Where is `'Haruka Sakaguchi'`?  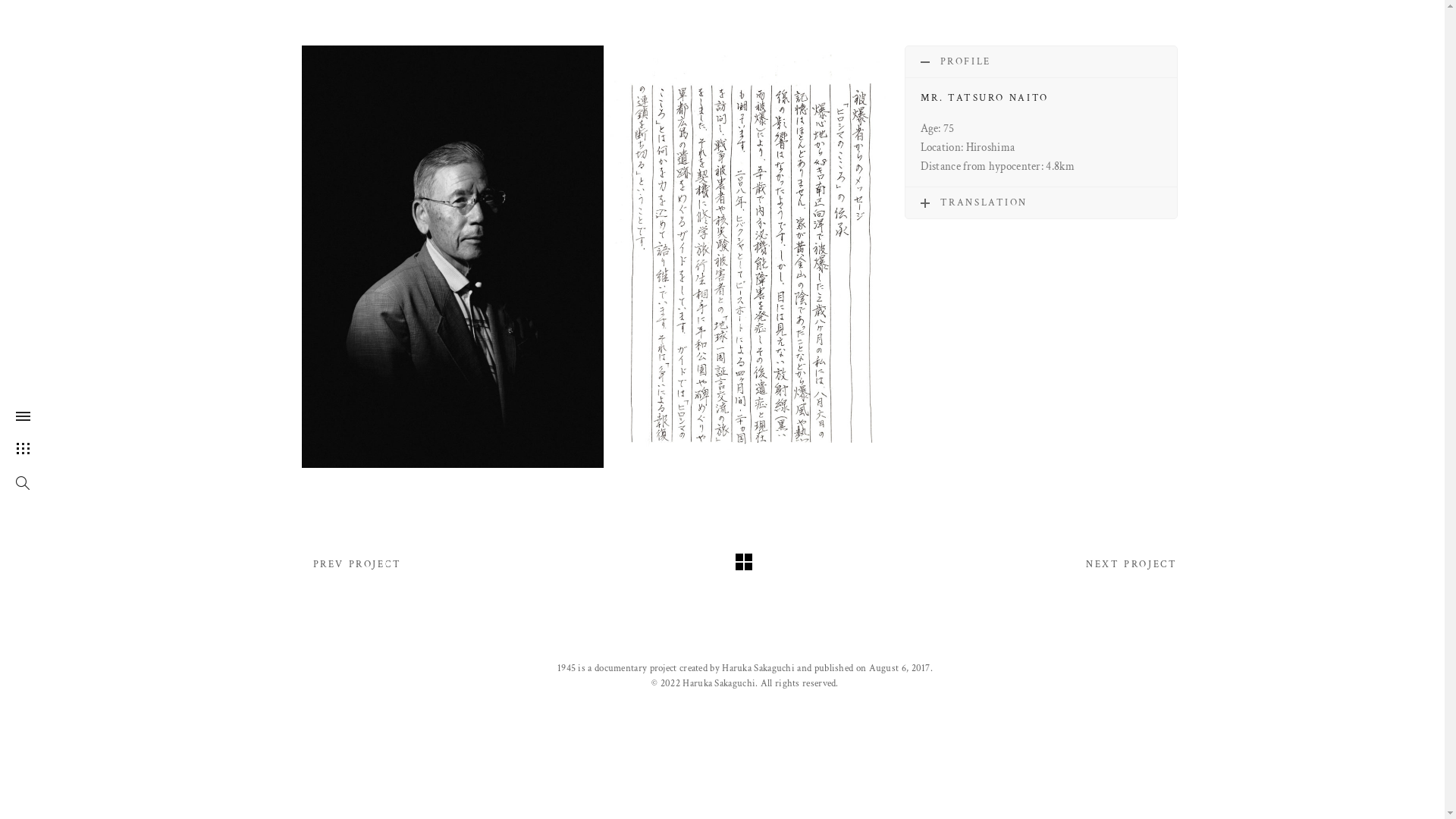
'Haruka Sakaguchi' is located at coordinates (682, 683).